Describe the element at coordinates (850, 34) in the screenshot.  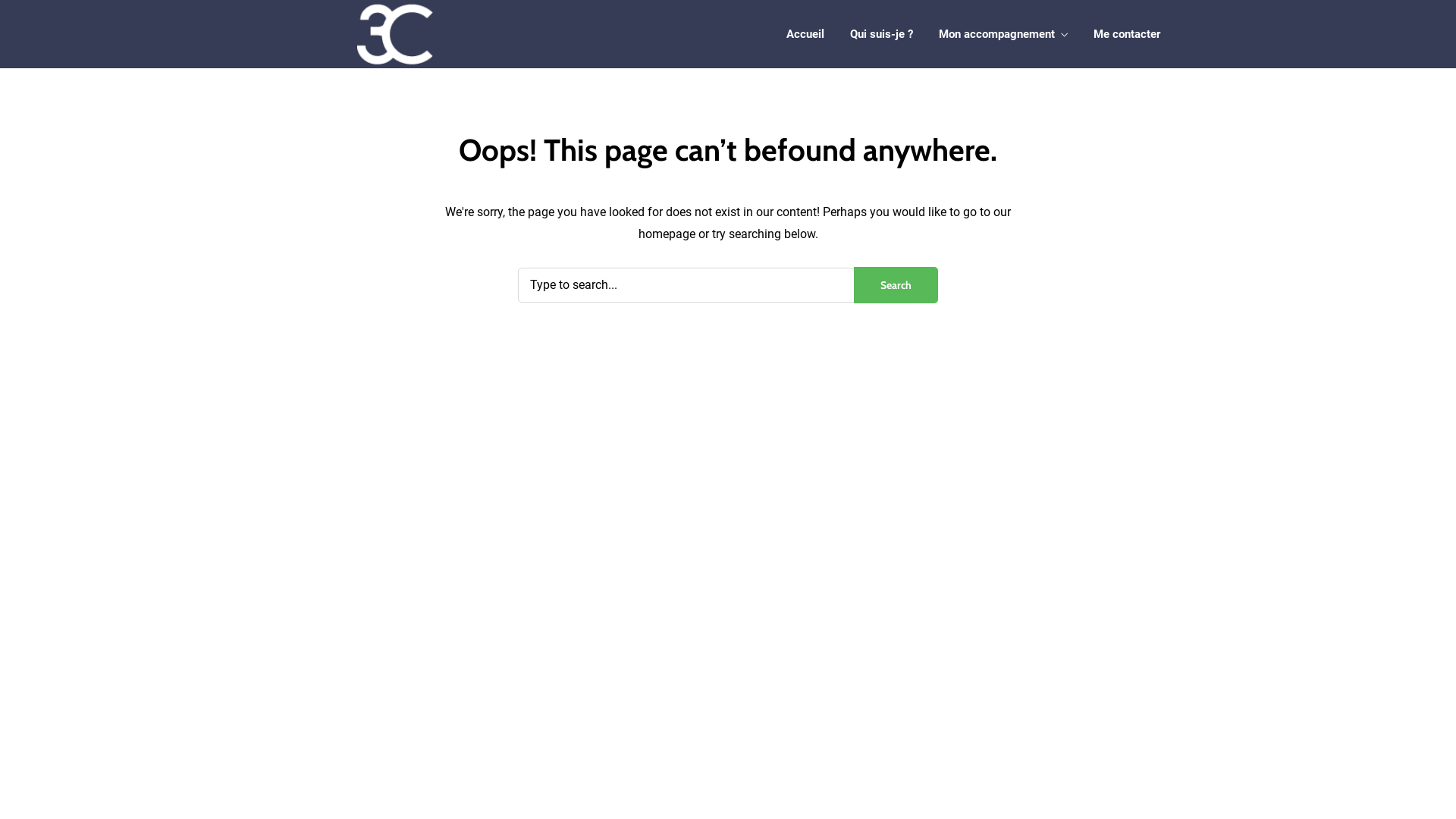
I see `'Qui suis-je ?'` at that location.